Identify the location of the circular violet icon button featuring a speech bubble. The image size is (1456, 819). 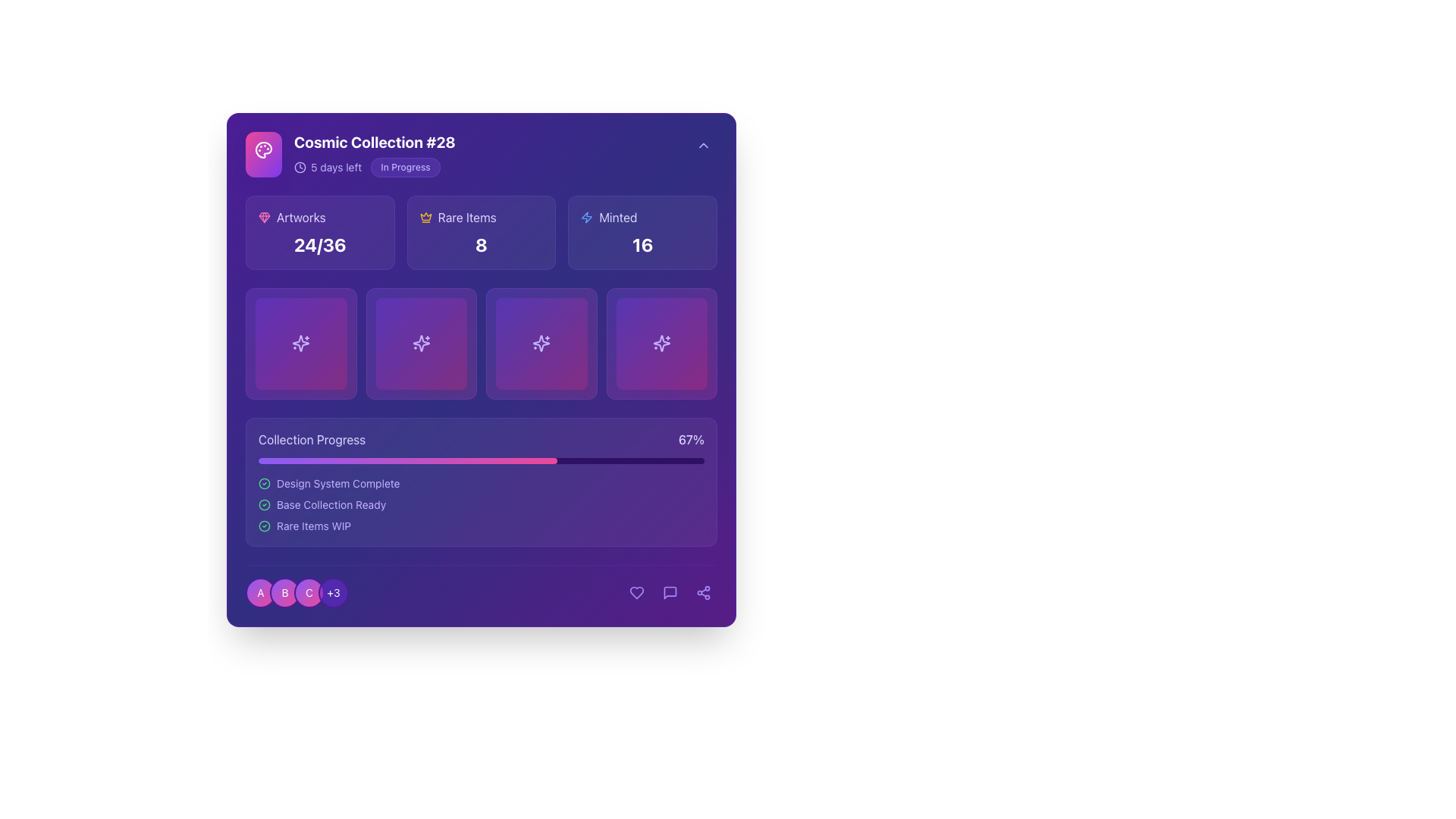
(669, 591).